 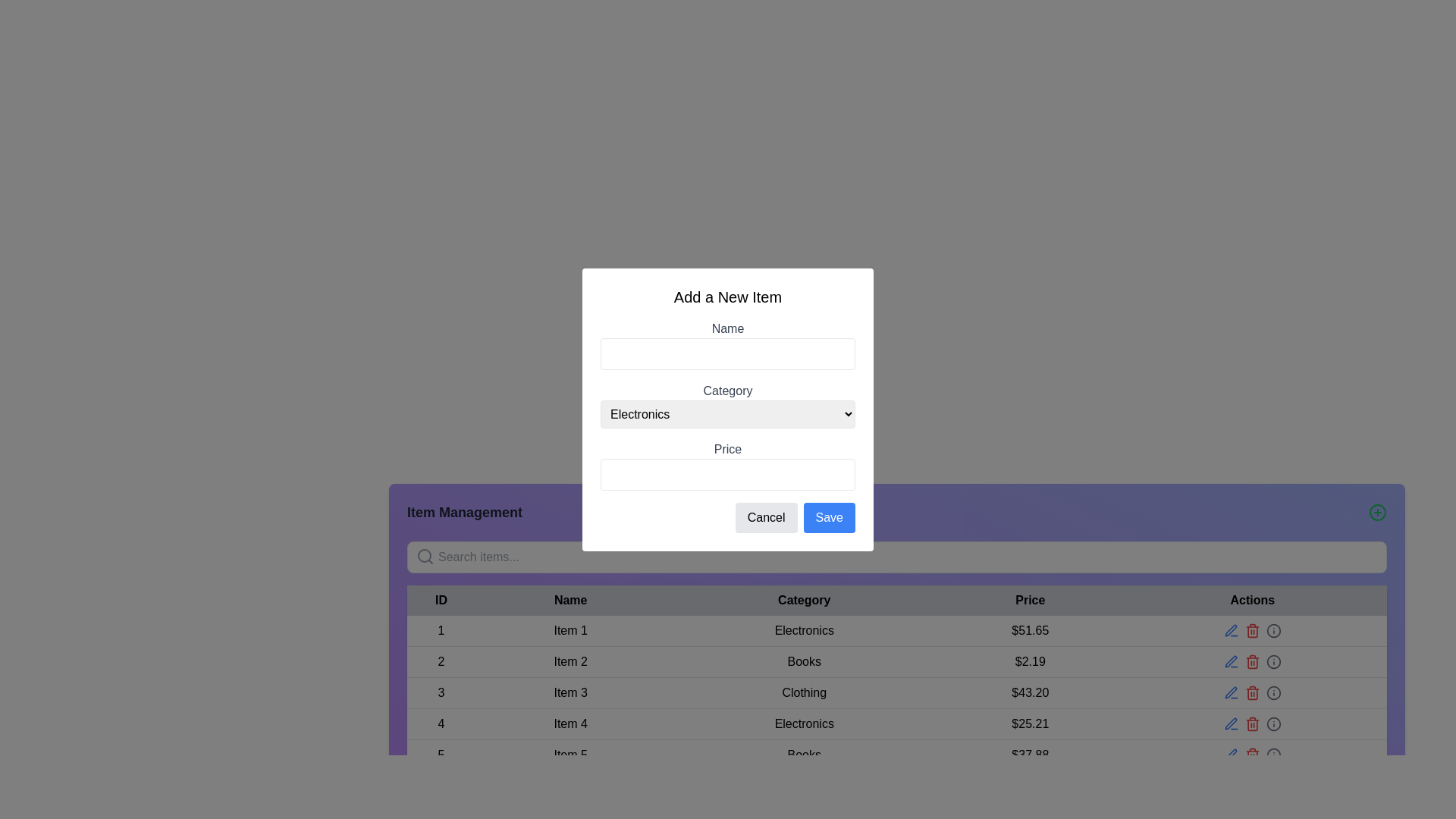 What do you see at coordinates (1252, 662) in the screenshot?
I see `the red trashcan icon button used for deletion in the second row of the data table under the 'Actions' column` at bounding box center [1252, 662].